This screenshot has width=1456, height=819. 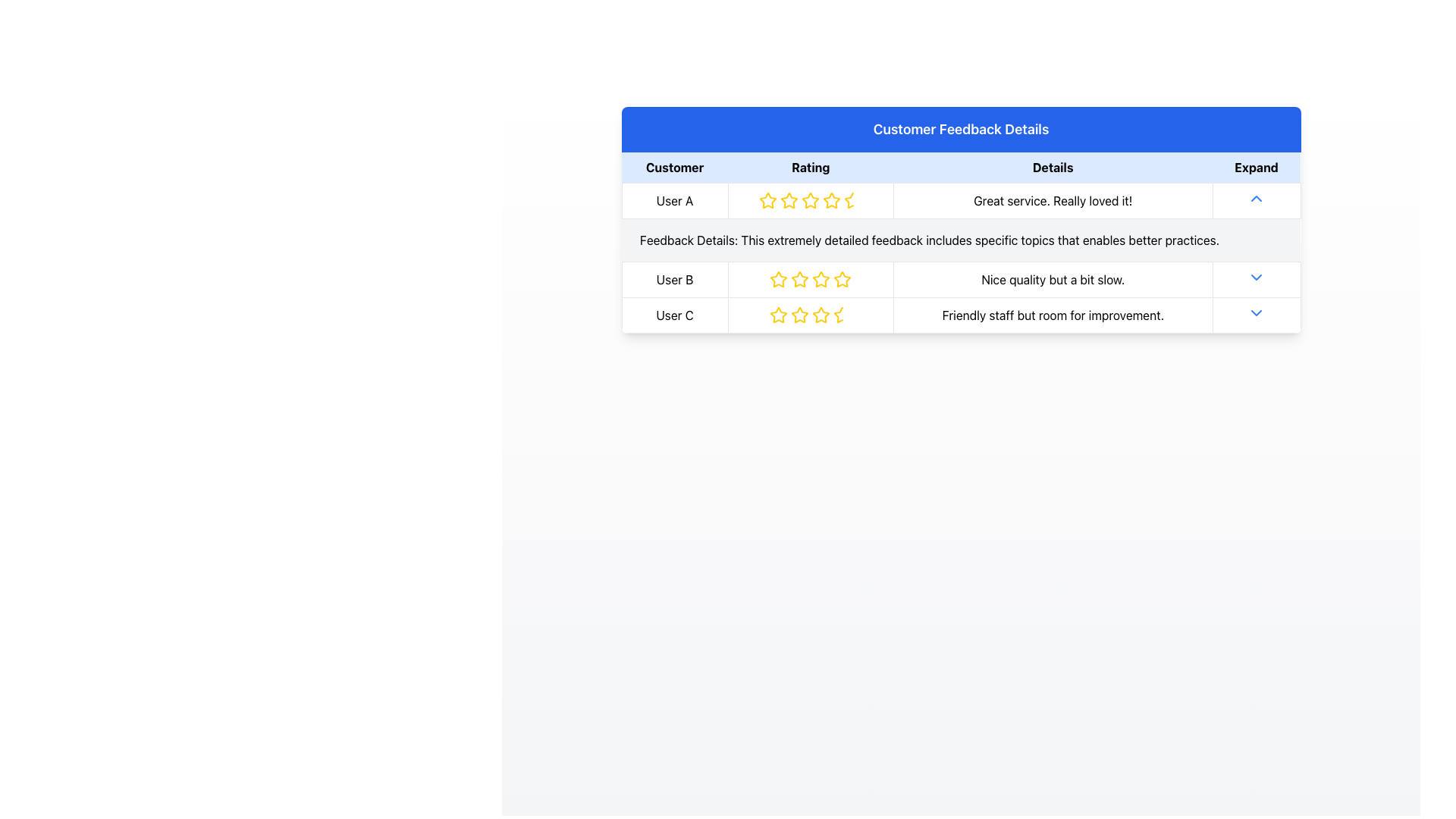 I want to click on the third star icon in the 'Rating' column corresponding to 'User C' to set or adjust the rating, so click(x=799, y=315).